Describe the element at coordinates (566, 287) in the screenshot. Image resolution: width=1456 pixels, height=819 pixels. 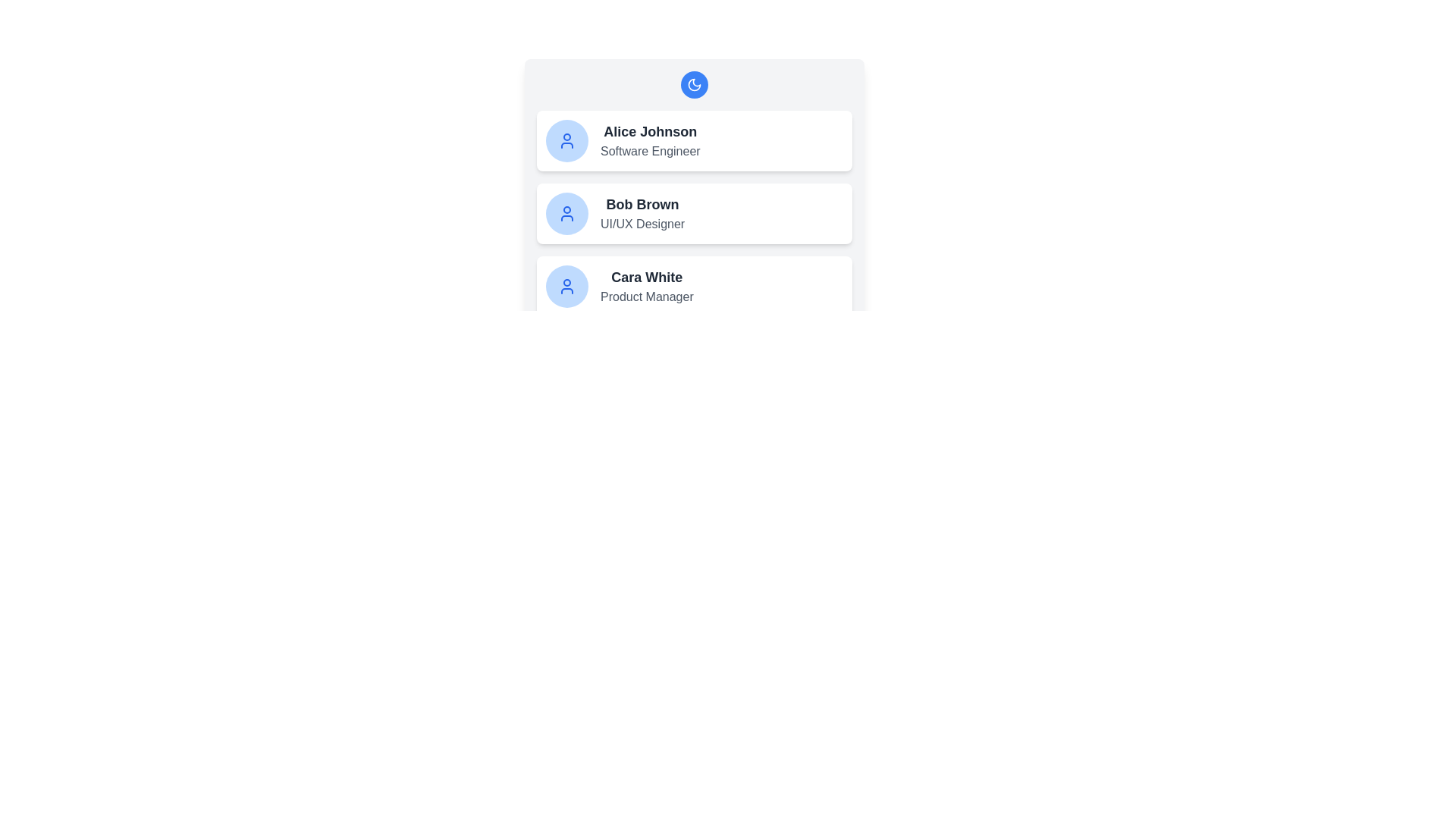
I see `the circular blue icon representing a user, which is located to the left of the text describing 'Cara White' as the Product Manager, to interact with it` at that location.